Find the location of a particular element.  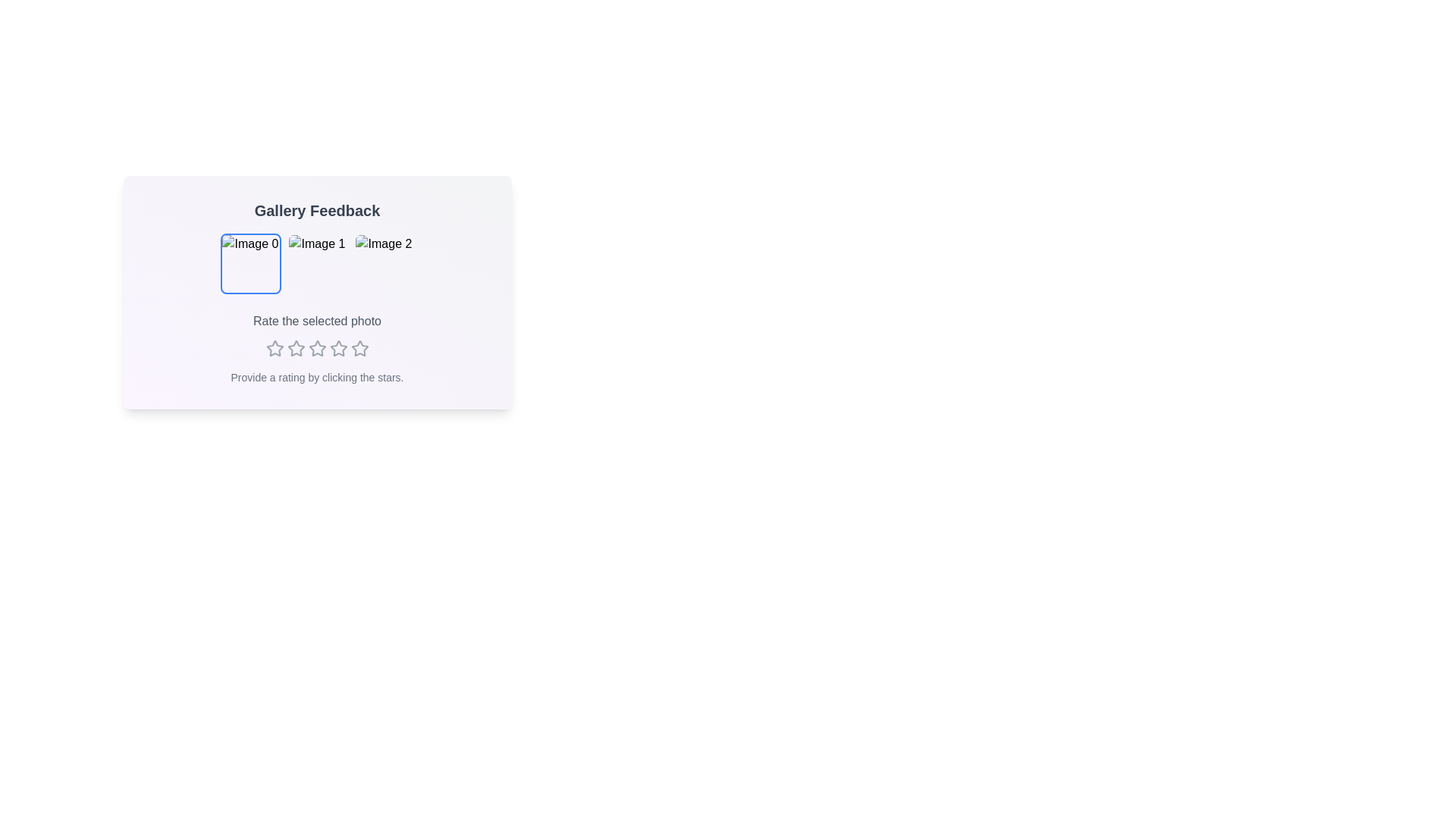

the text label that says 'Rate the selected photo', which is displayed in gray font and positioned above the rating stars is located at coordinates (316, 321).